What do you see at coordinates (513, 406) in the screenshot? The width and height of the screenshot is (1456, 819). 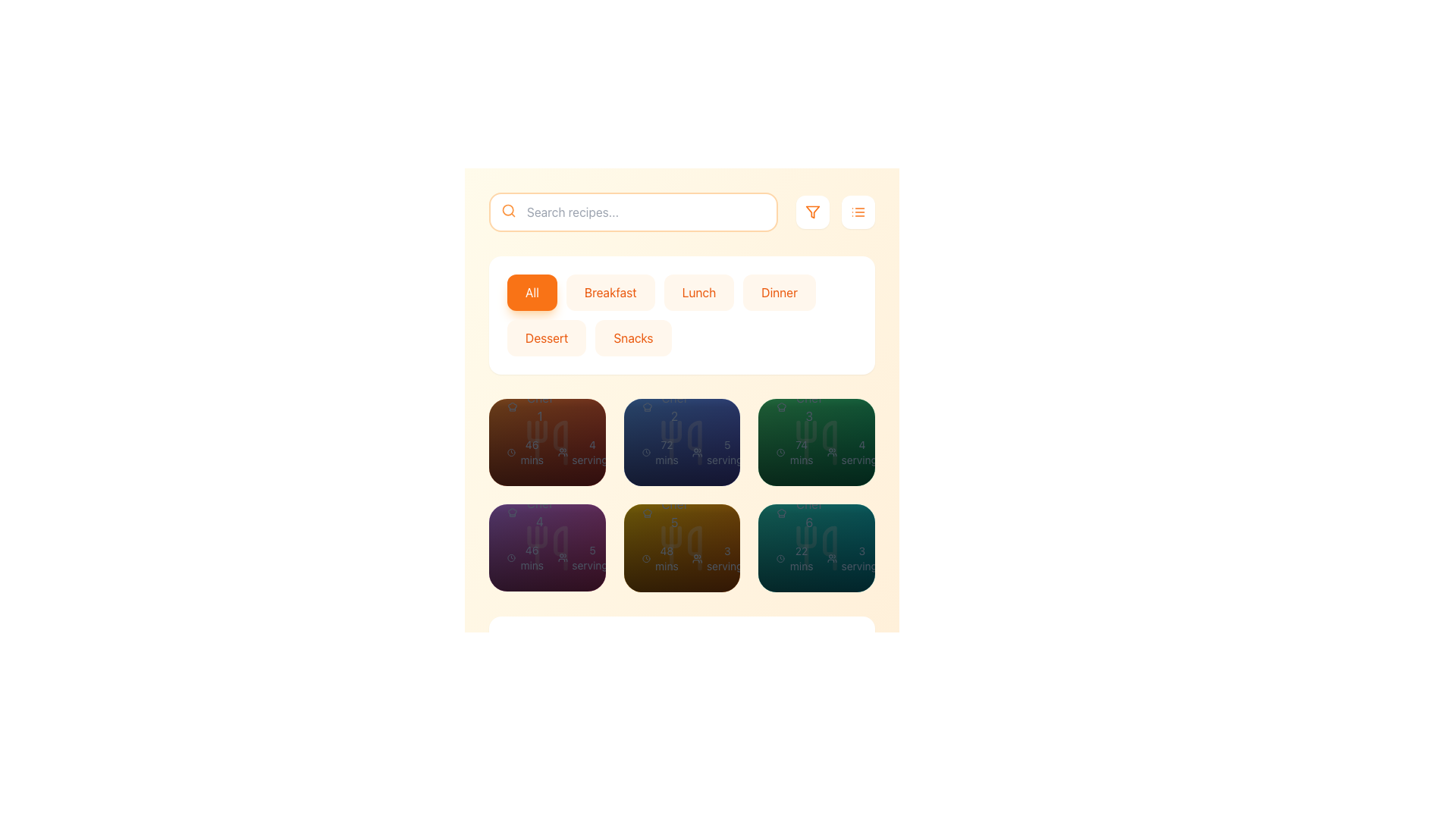 I see `the graphic icon in the top-left corner of the recipe card, which symbolizes a cooking-related feature` at bounding box center [513, 406].